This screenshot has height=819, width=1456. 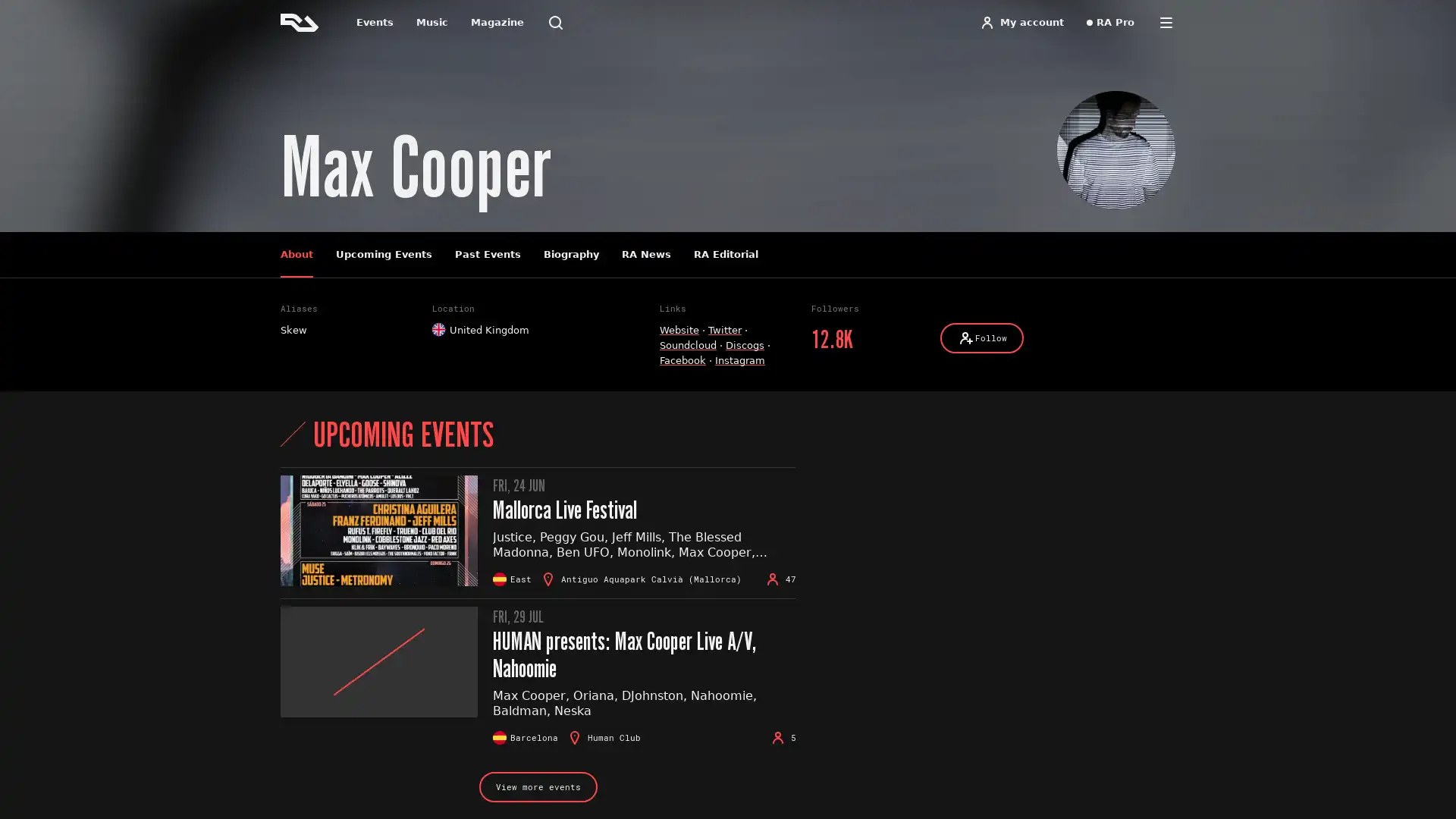 What do you see at coordinates (982, 336) in the screenshot?
I see `Follow Follow` at bounding box center [982, 336].